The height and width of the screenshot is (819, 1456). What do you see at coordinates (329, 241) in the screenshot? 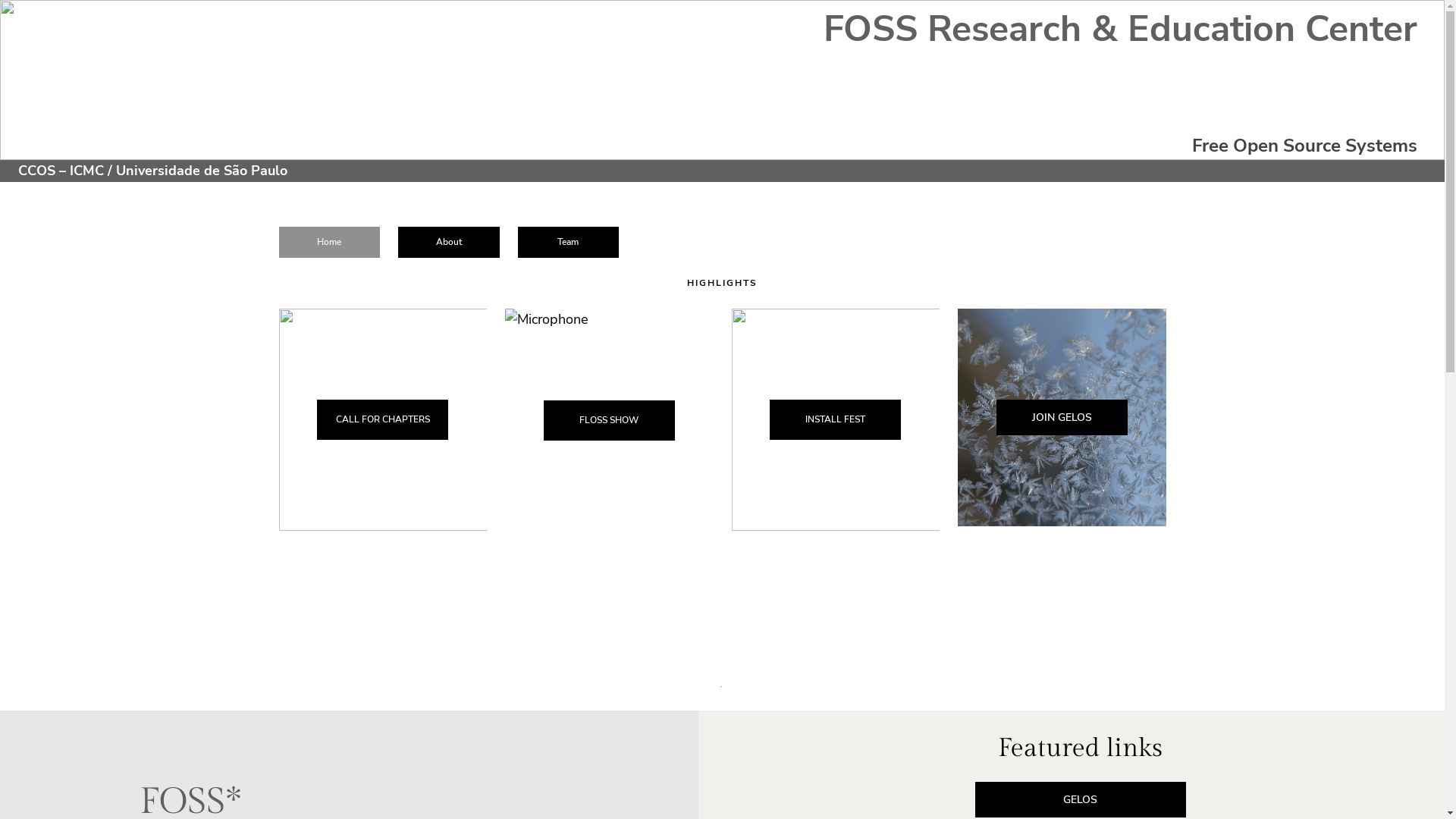
I see `'Home'` at bounding box center [329, 241].